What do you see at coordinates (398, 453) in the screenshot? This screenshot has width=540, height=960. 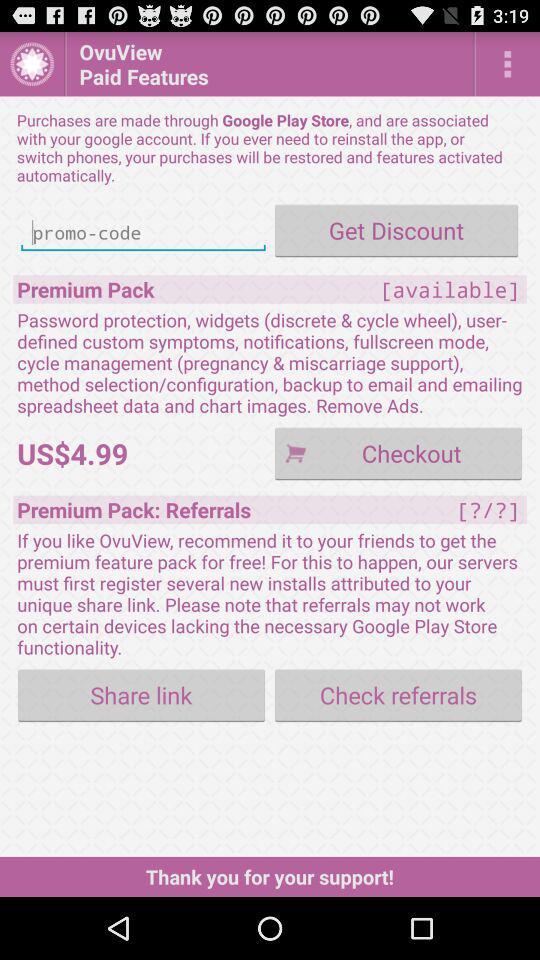 I see `checkout` at bounding box center [398, 453].